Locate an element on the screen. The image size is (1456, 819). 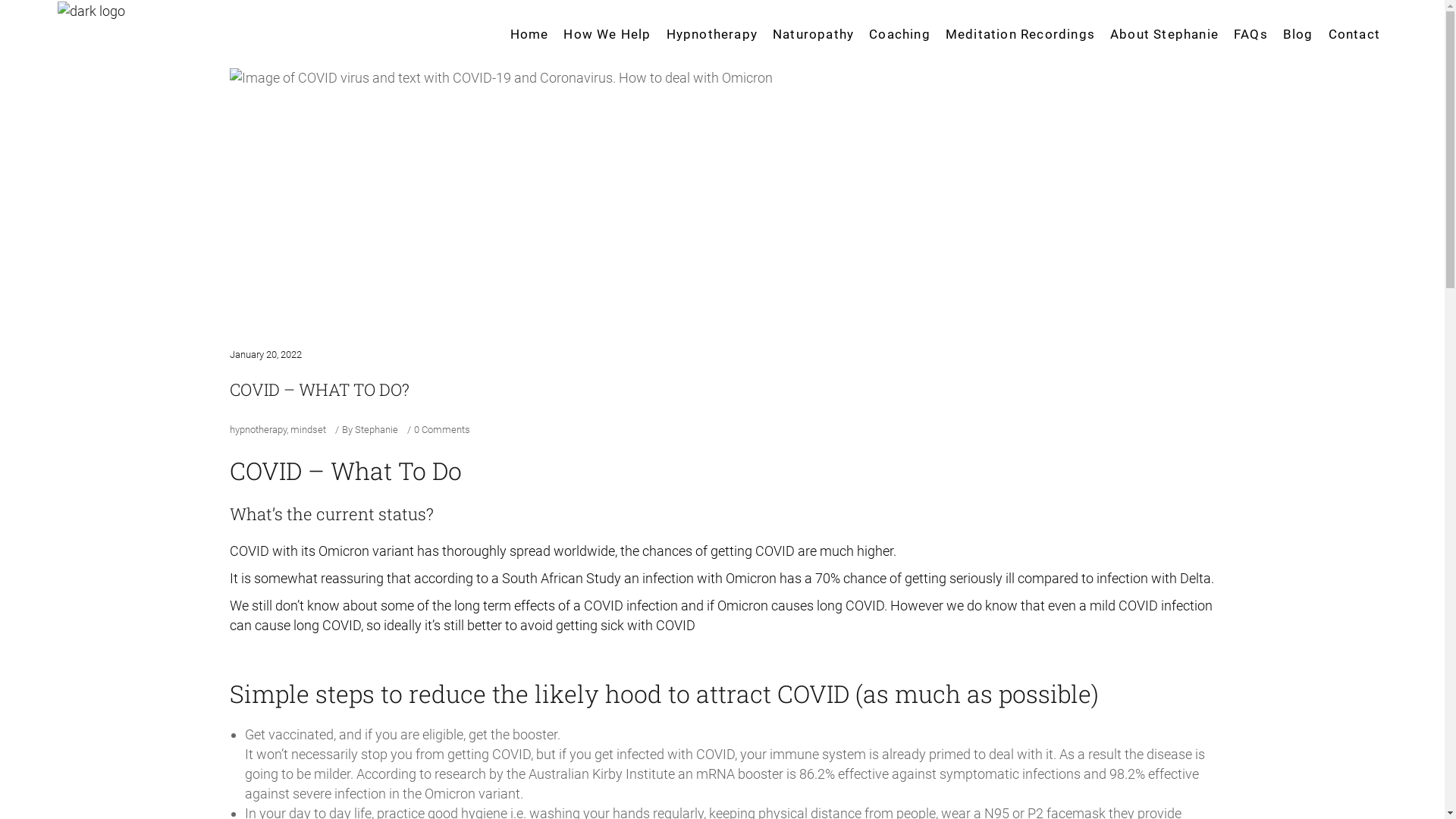
'FAQs' is located at coordinates (1250, 34).